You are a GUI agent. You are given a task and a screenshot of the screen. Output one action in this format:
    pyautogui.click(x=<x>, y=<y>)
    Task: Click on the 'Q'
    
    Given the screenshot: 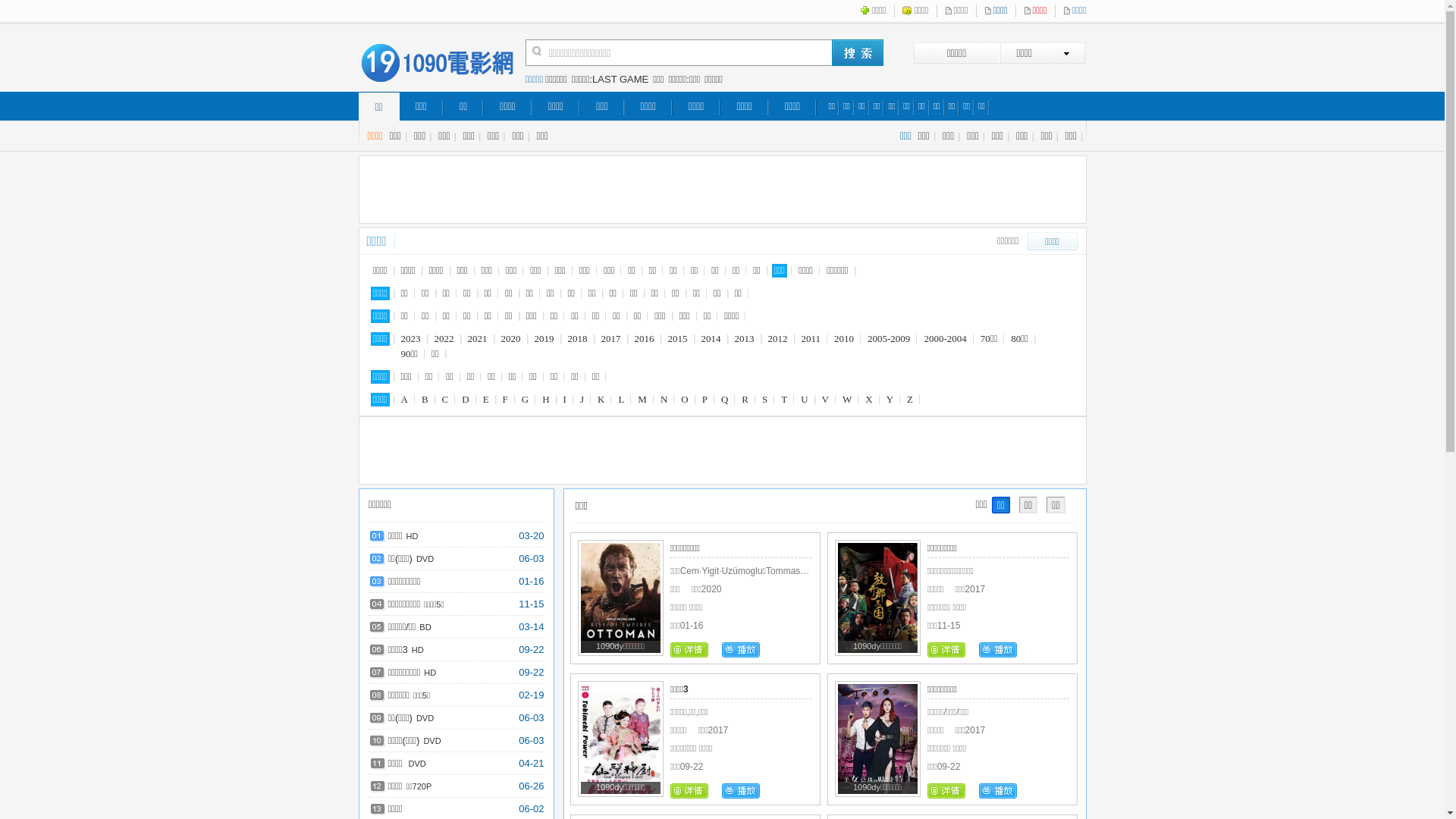 What is the action you would take?
    pyautogui.click(x=718, y=399)
    